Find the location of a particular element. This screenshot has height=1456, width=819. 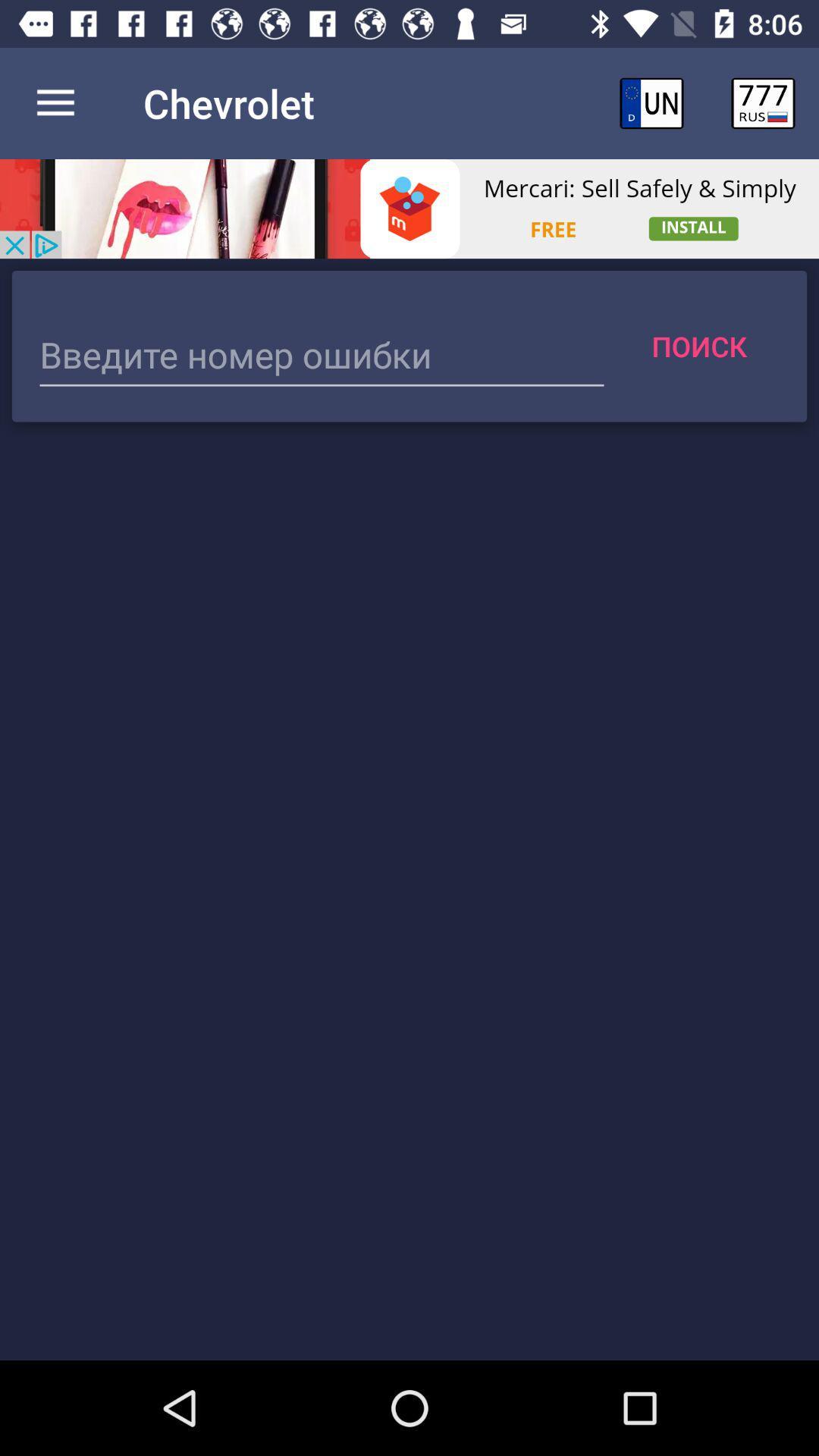

visit the advertiser page is located at coordinates (409, 208).